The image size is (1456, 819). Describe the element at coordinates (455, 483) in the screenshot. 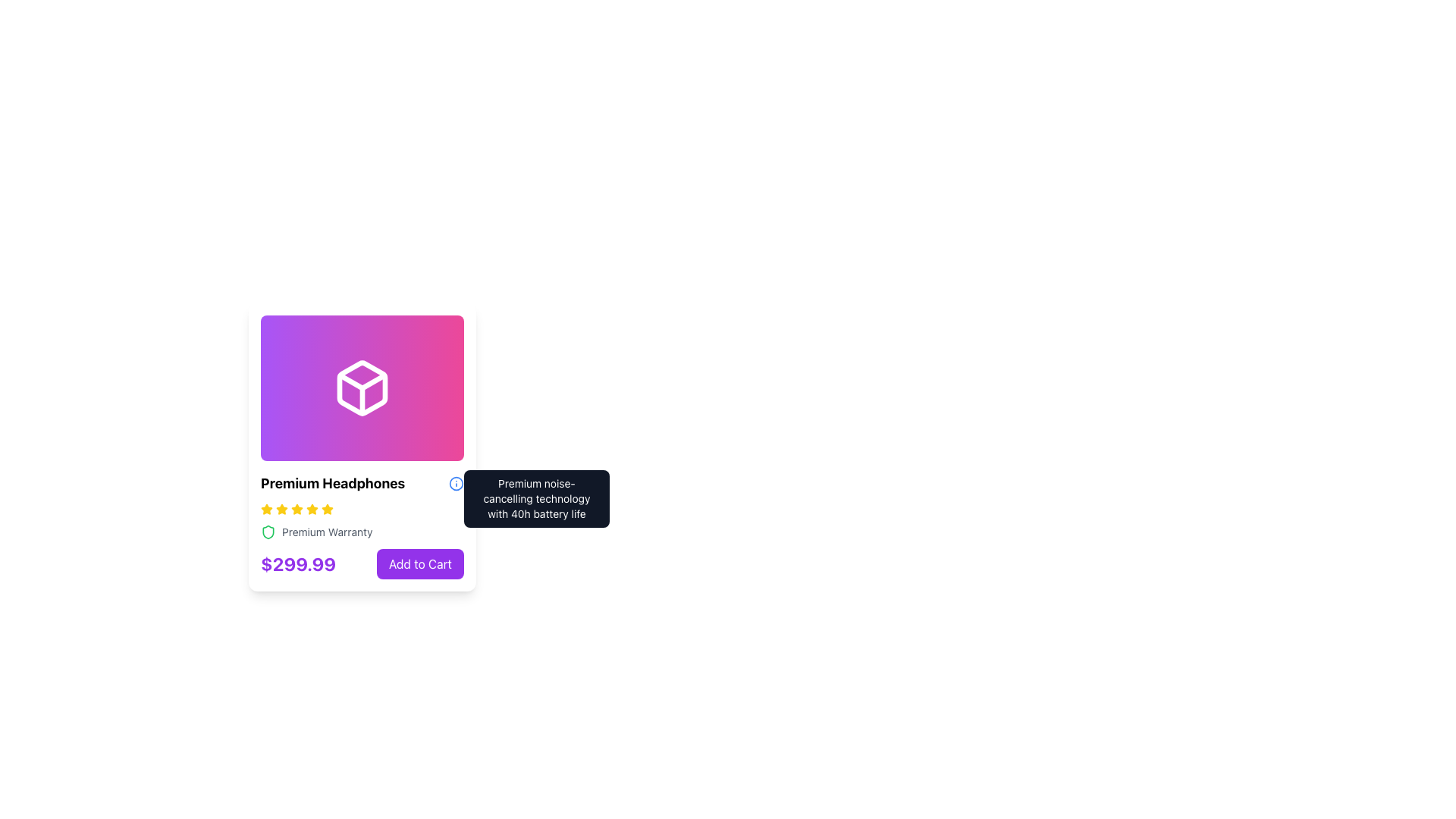

I see `the small circular icon with an 'information' symbol in blue color, located to the right of the 'Premium Headphones' text` at that location.